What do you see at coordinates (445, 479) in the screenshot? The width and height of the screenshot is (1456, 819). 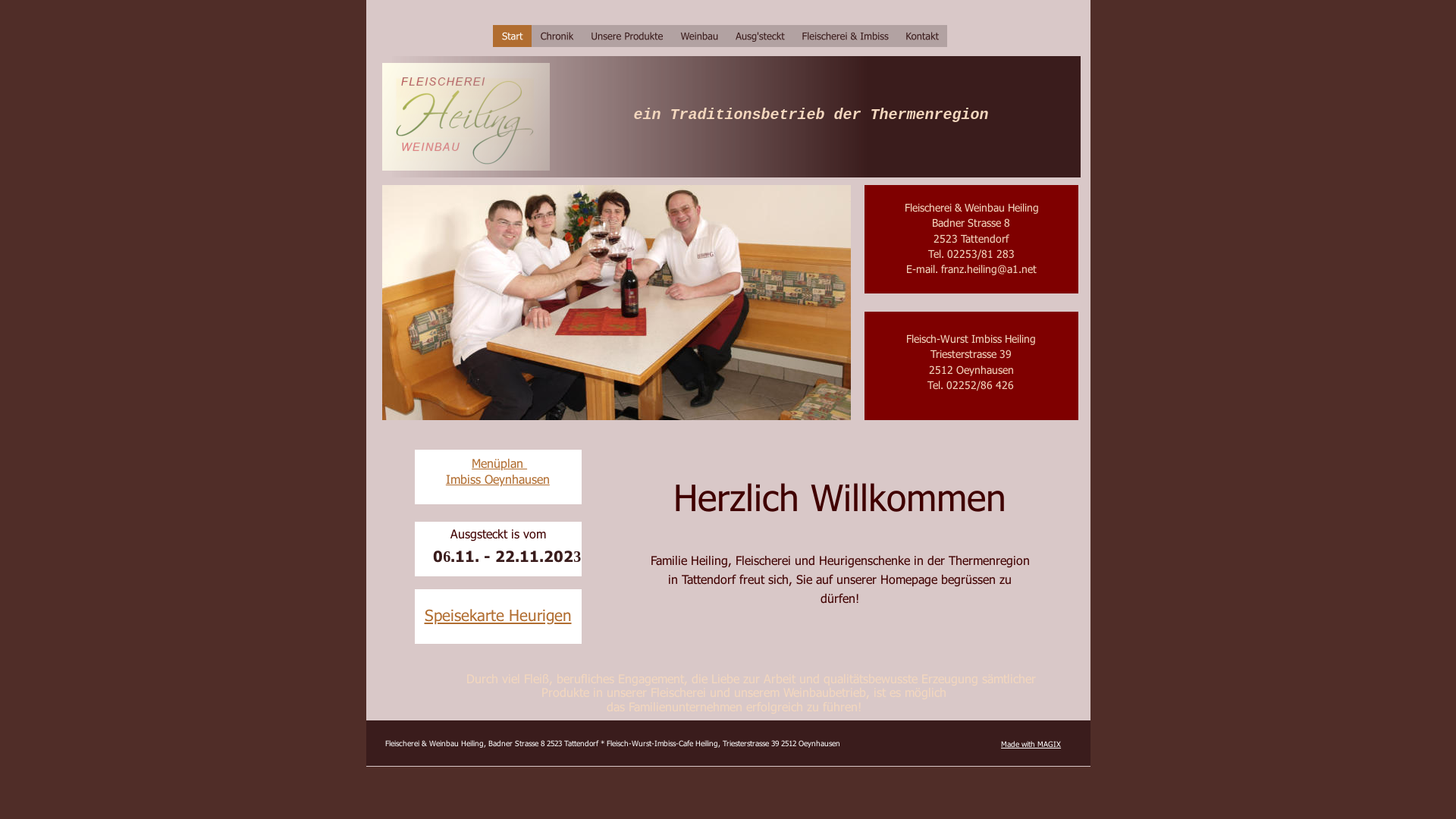 I see `'Imbiss Oeynhausen'` at bounding box center [445, 479].